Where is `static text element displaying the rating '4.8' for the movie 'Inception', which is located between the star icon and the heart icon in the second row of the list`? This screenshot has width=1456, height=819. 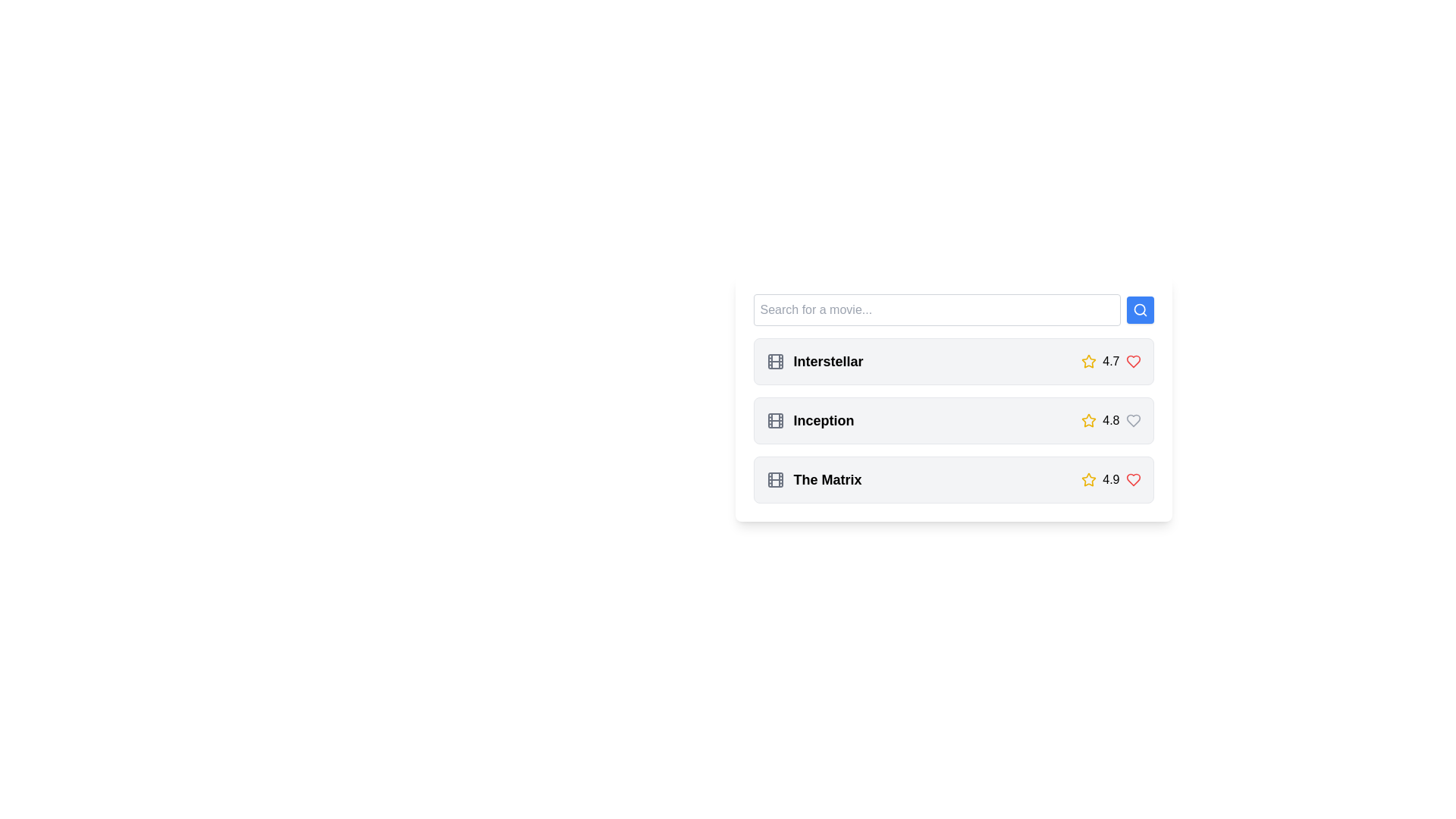
static text element displaying the rating '4.8' for the movie 'Inception', which is located between the star icon and the heart icon in the second row of the list is located at coordinates (1111, 421).